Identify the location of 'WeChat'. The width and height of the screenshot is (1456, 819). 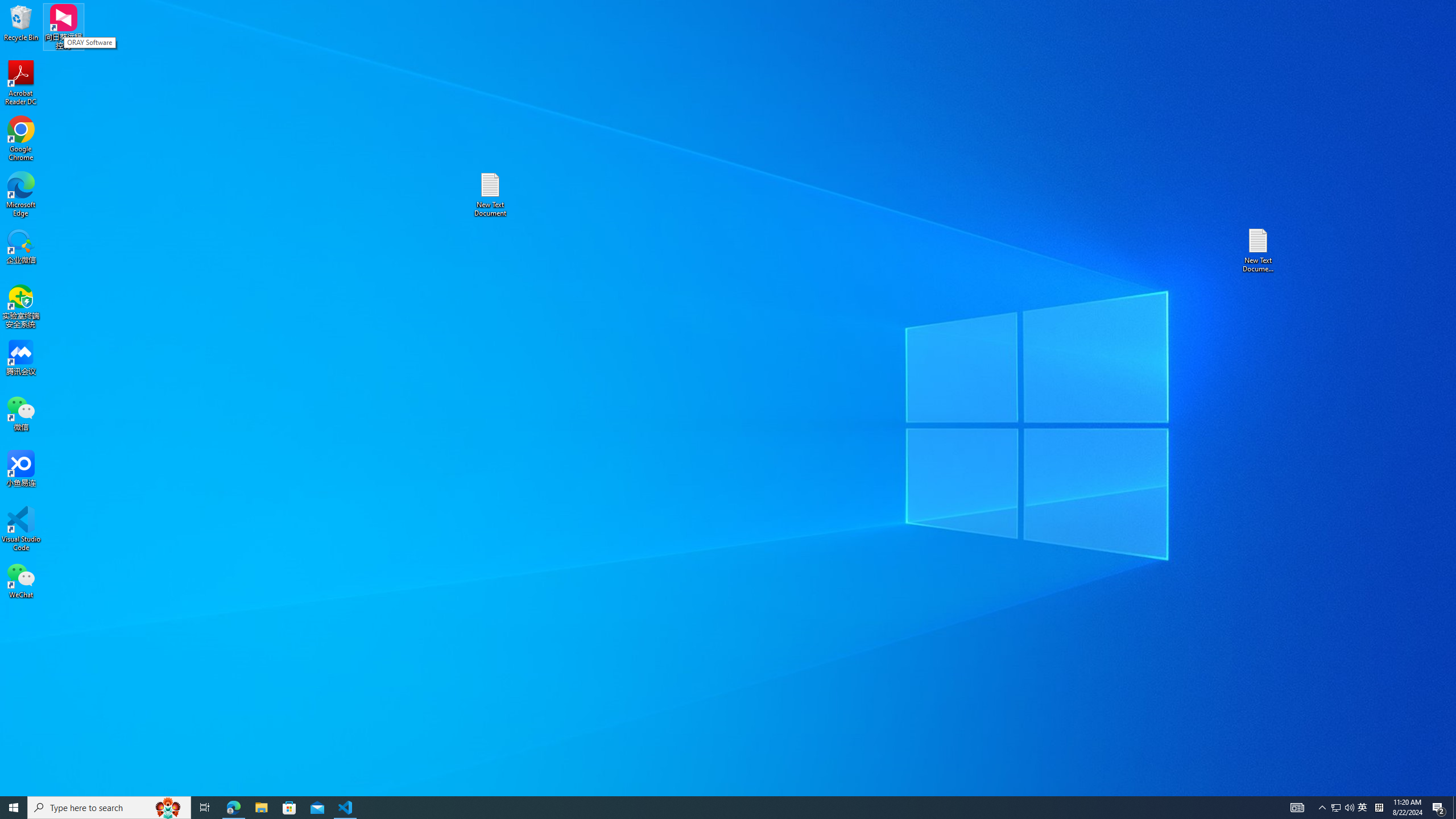
(20, 580).